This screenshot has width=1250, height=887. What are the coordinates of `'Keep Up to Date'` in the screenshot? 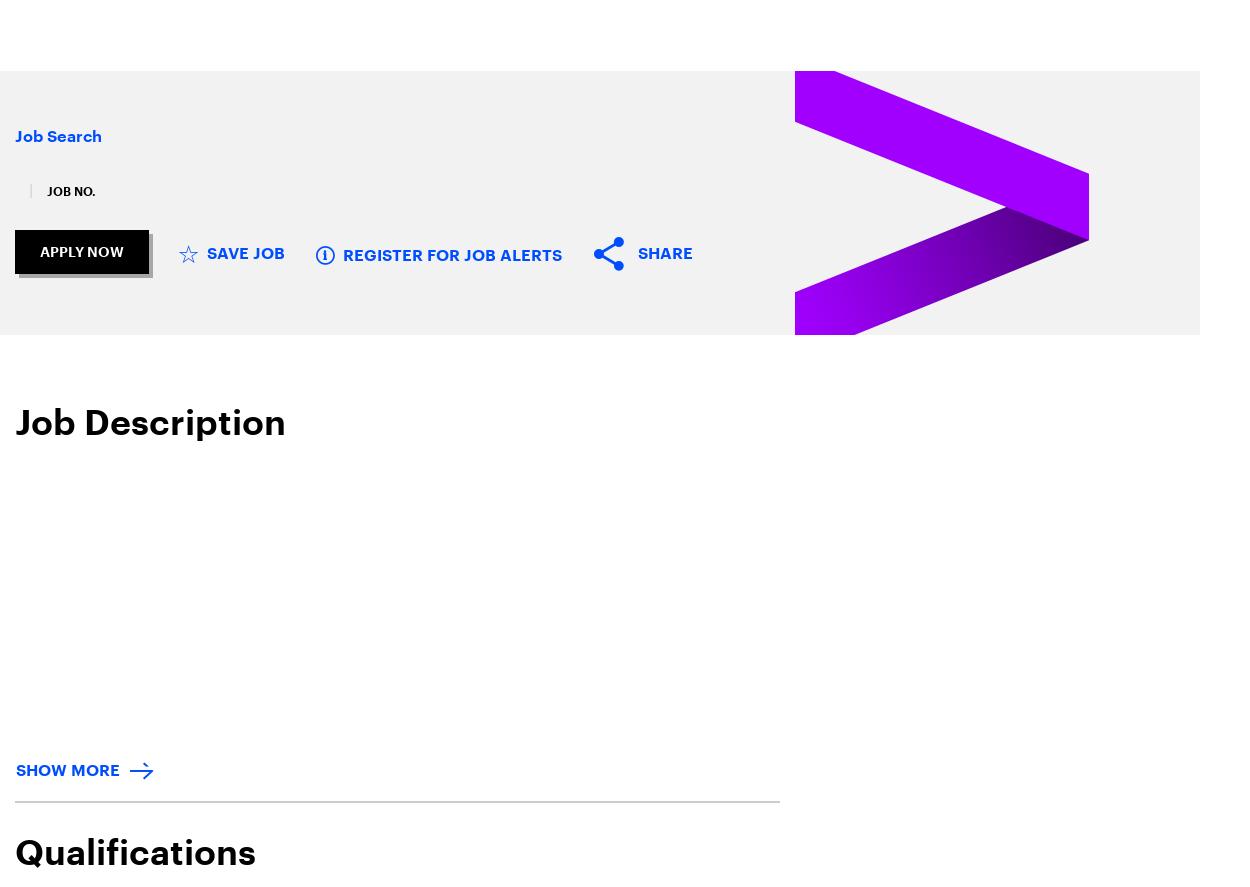 It's located at (534, 818).